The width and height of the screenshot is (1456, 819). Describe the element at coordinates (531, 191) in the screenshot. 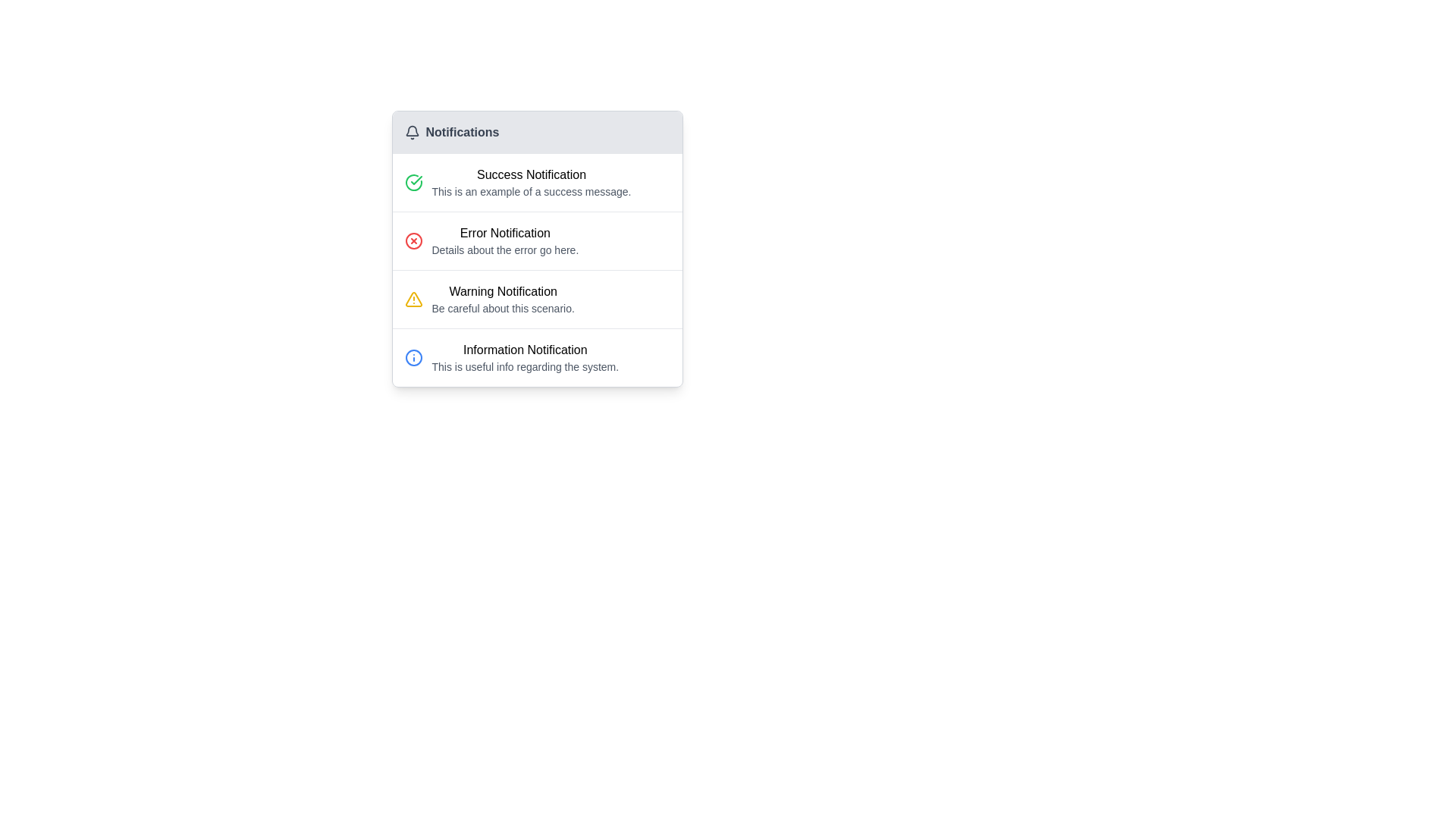

I see `success notification text content located beneath the title 'Success Notification' in the notification interface` at that location.